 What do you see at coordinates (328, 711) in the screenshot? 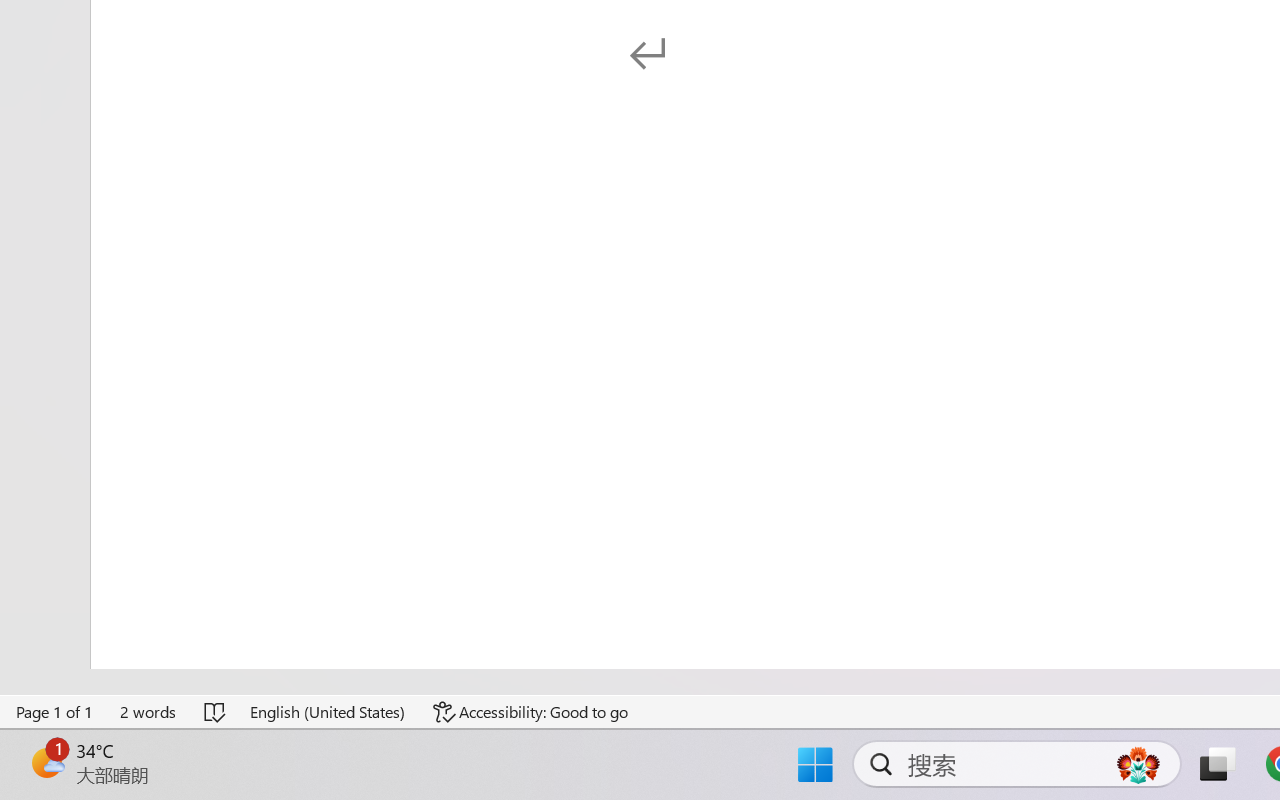
I see `'Language English (United States)'` at bounding box center [328, 711].